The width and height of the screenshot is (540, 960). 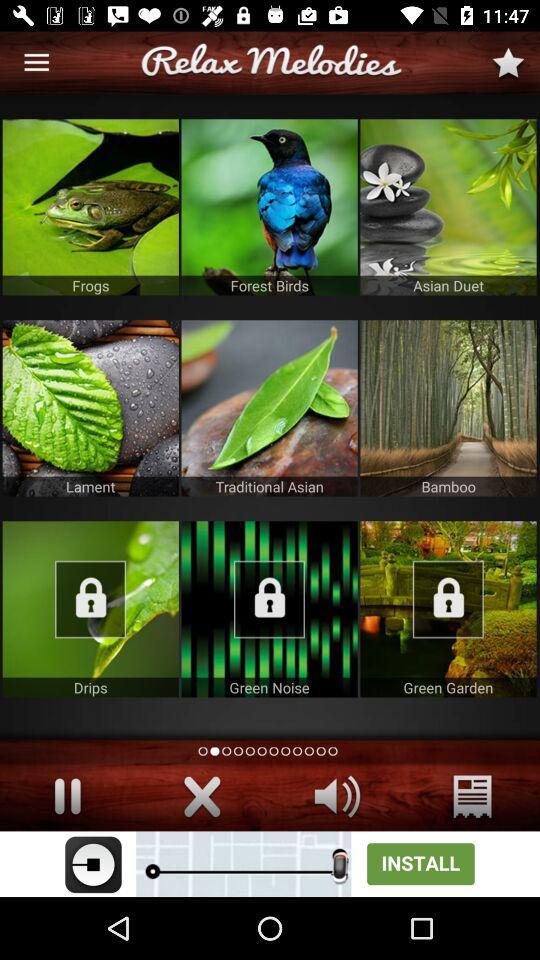 I want to click on the lock option, so click(x=448, y=608).